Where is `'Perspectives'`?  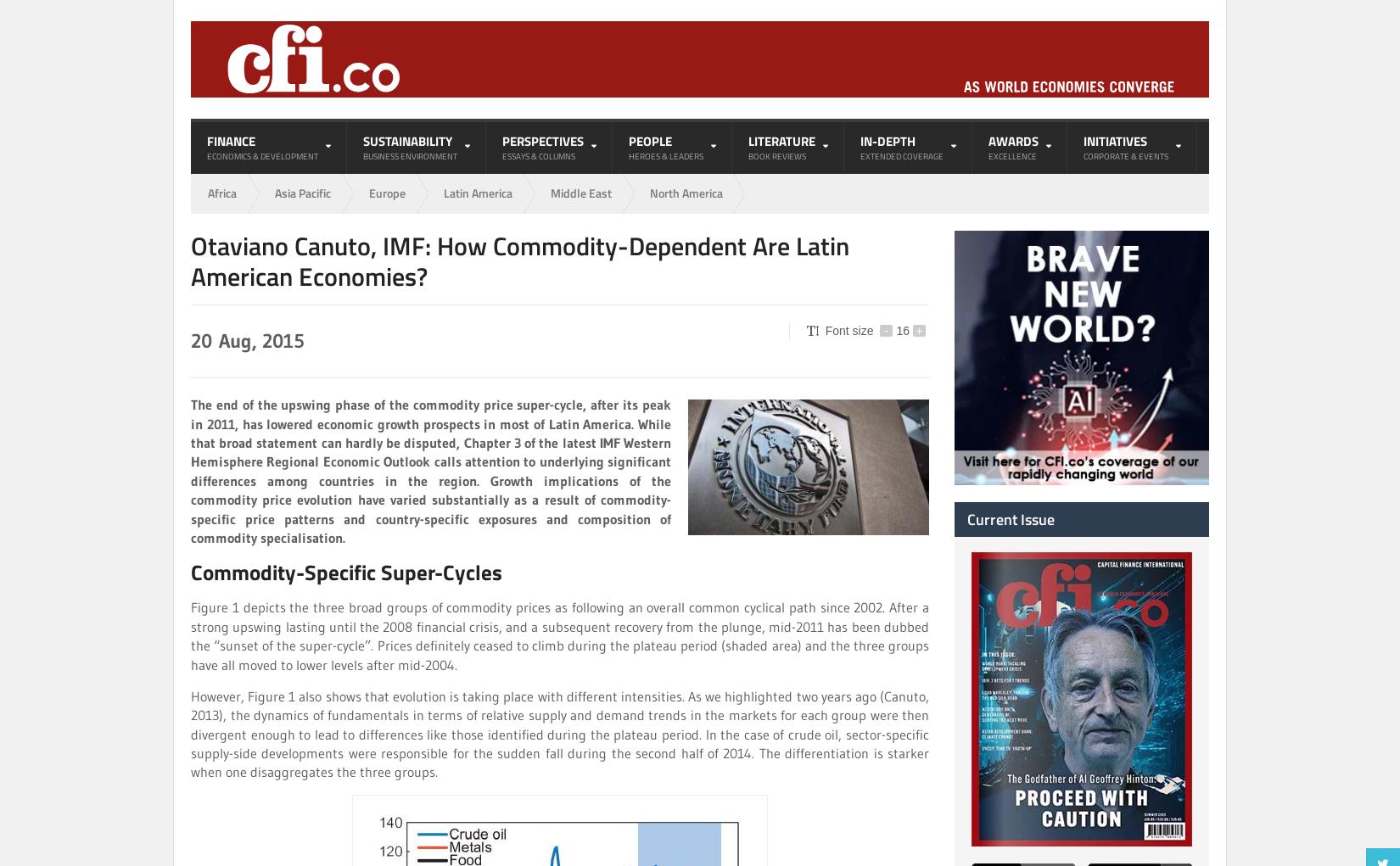
'Perspectives' is located at coordinates (542, 139).